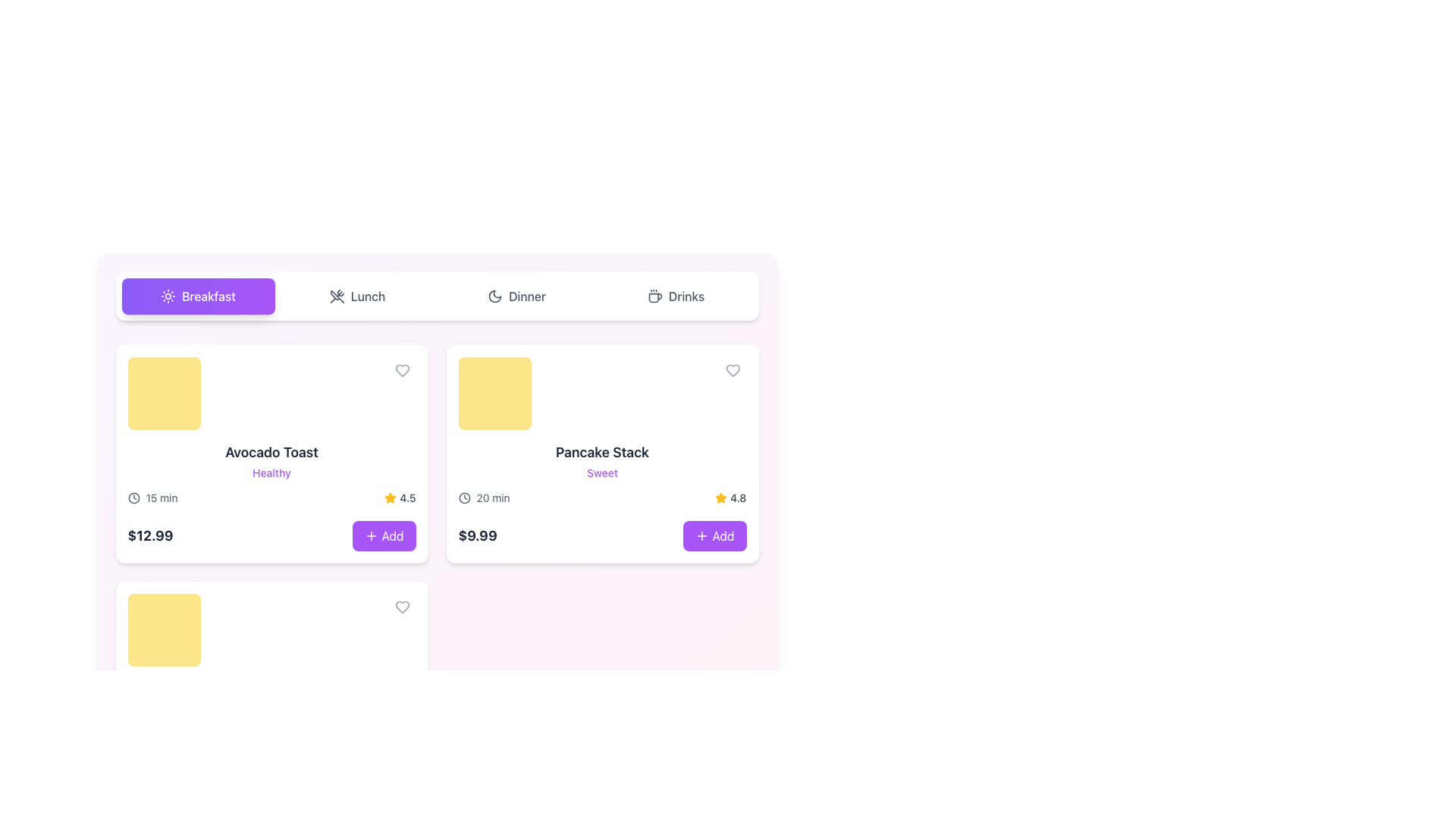  Describe the element at coordinates (208, 296) in the screenshot. I see `non-interactive text label 'Breakfast' displayed in a button-like component against a gradient purple background` at that location.